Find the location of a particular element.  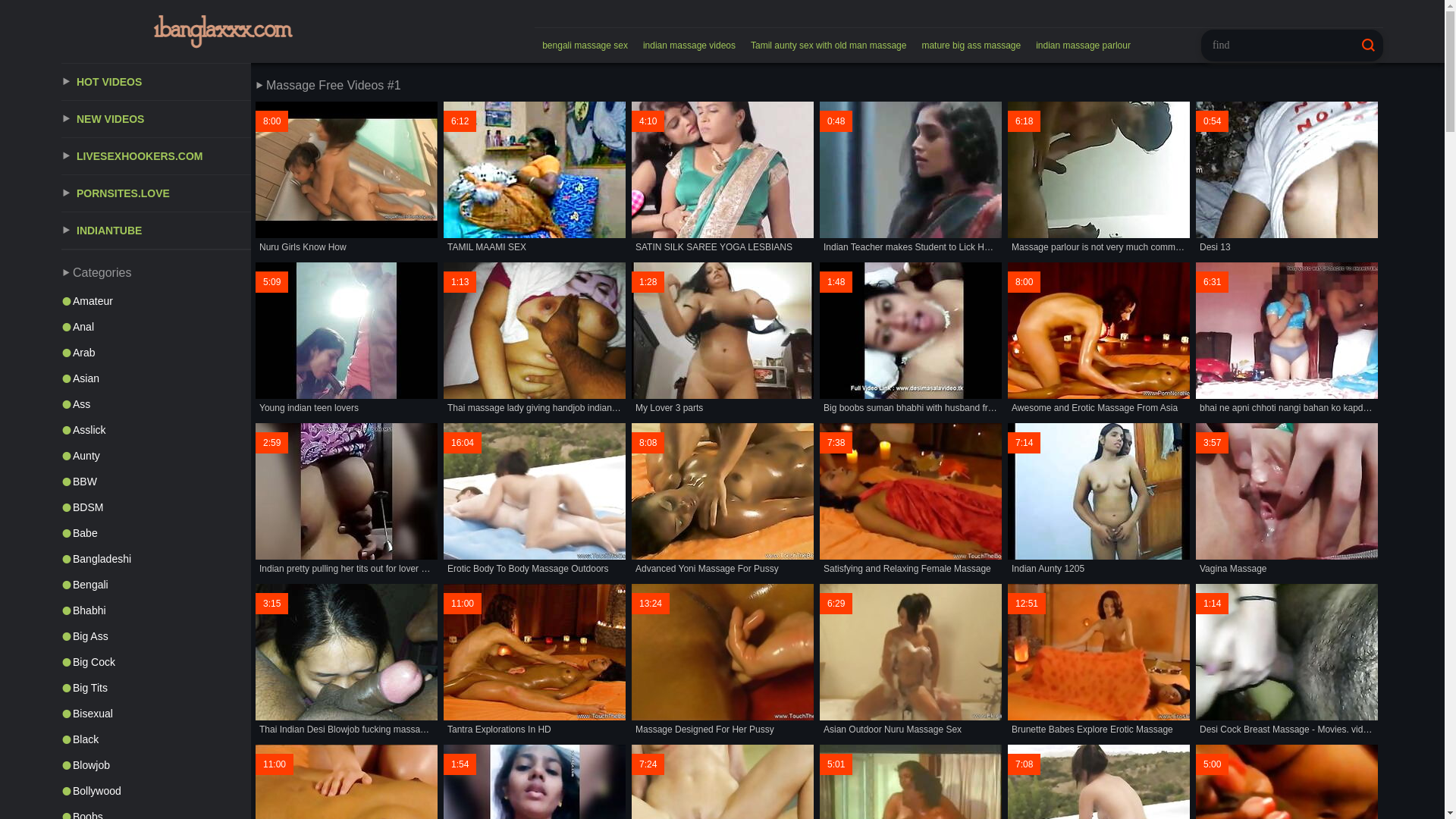

'bengali massage sex' is located at coordinates (584, 45).